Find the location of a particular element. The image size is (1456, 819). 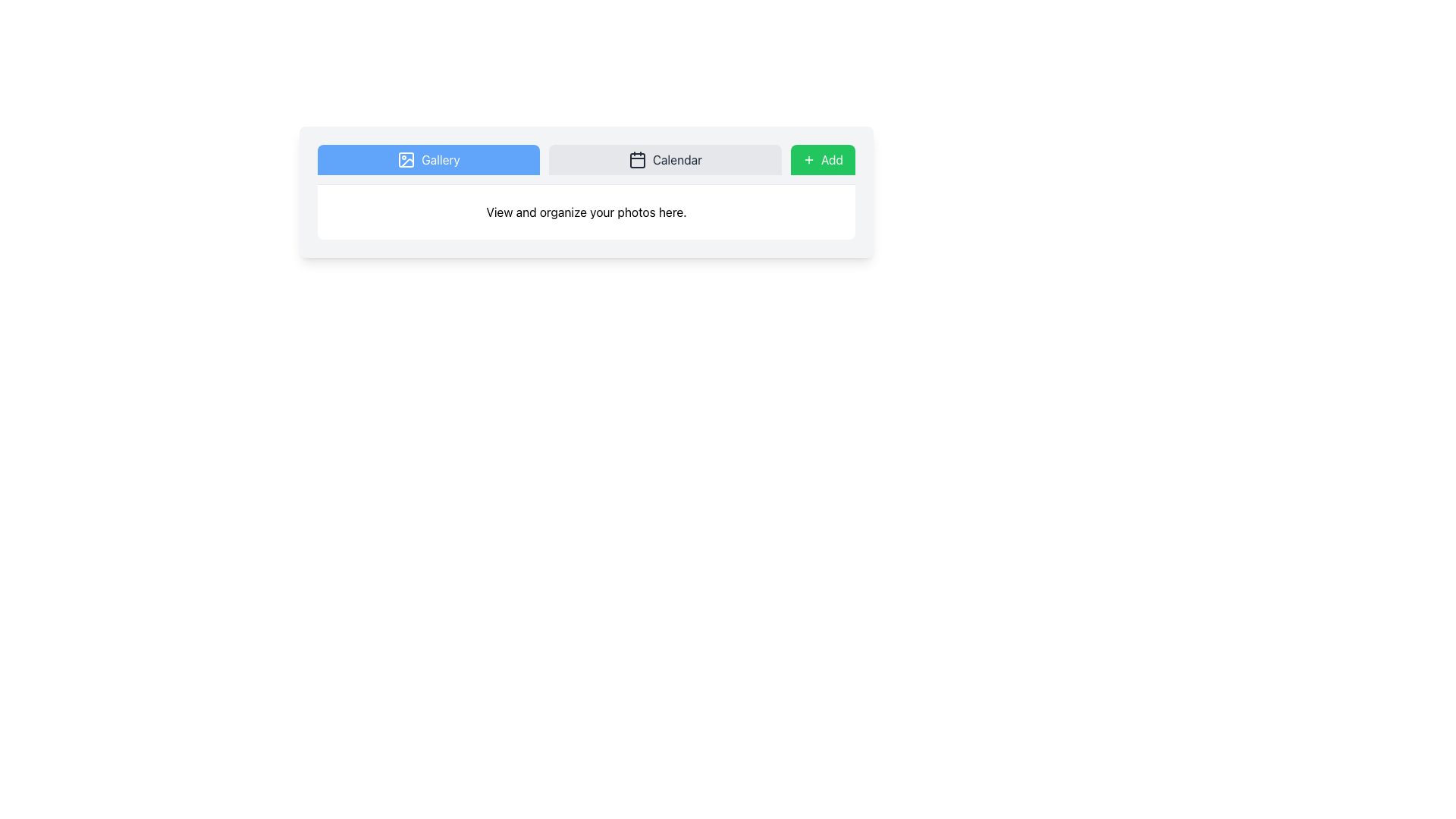

the 'Add' text label within the green button located at the rightmost part of the header bar is located at coordinates (831, 160).